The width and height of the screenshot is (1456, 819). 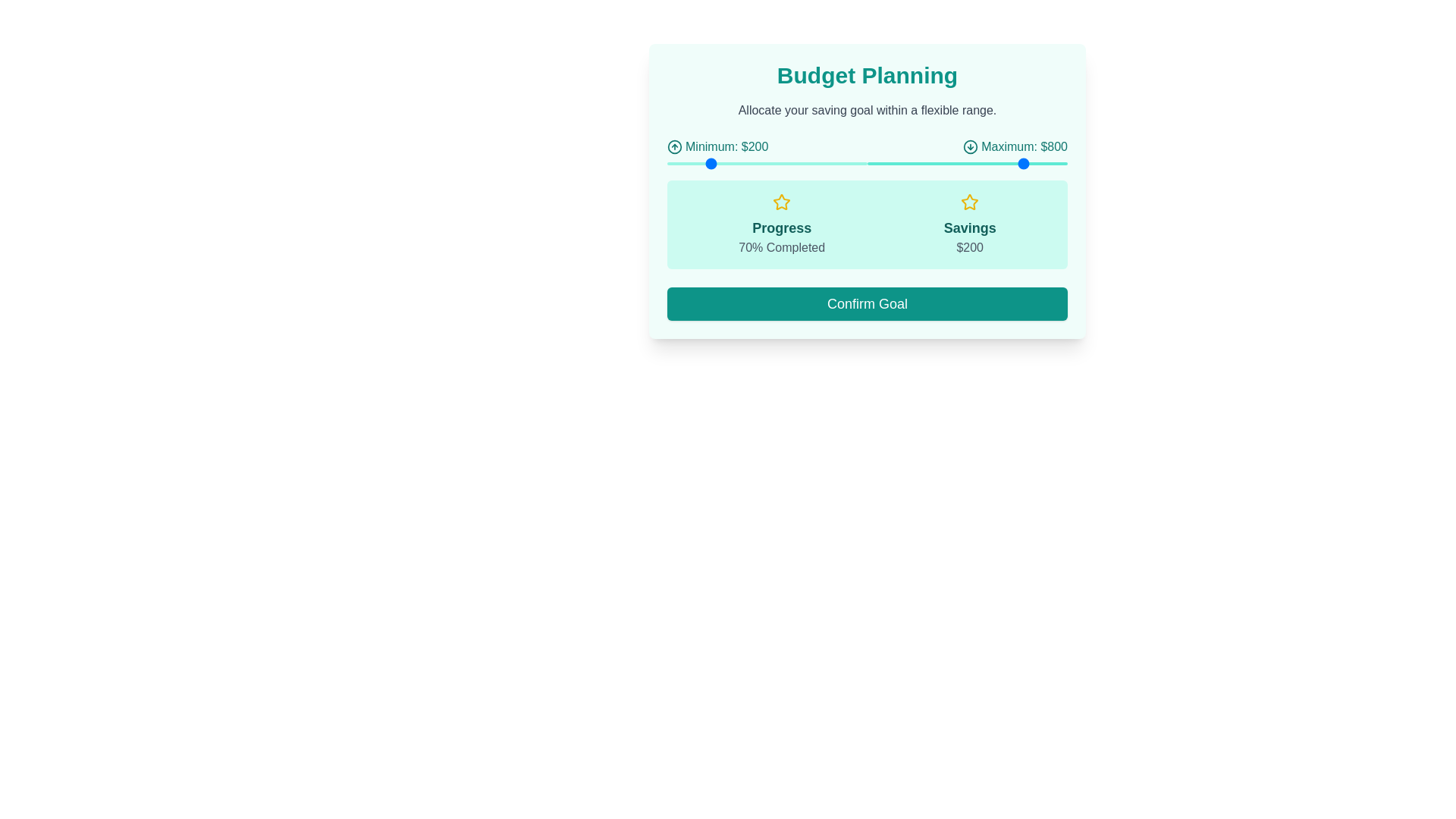 What do you see at coordinates (971, 146) in the screenshot?
I see `the circular icon with a downward arrow, which is located to the left of the 'Maximum: $800' label and has a green border and white interior` at bounding box center [971, 146].